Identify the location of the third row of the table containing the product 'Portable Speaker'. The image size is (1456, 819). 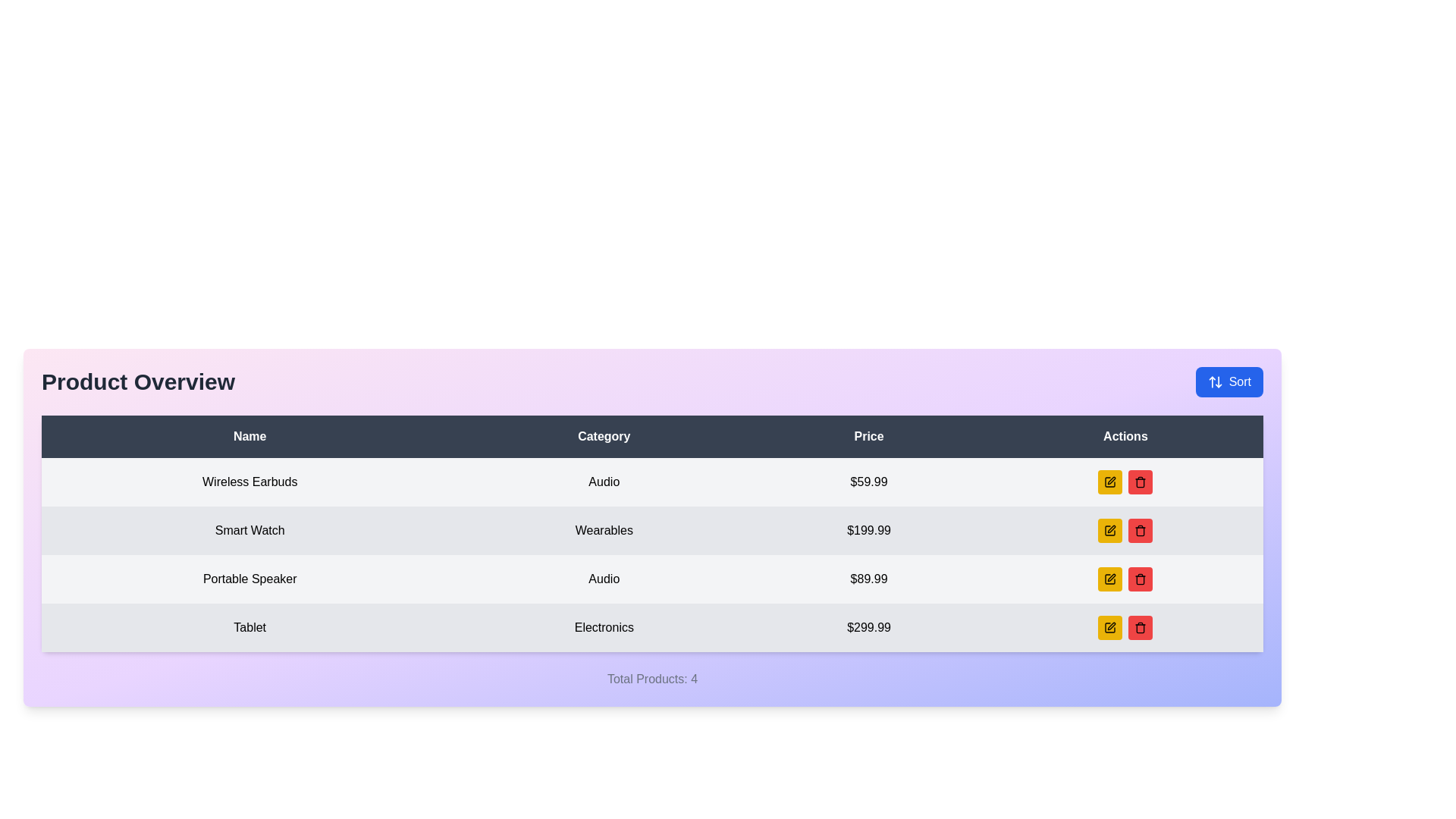
(652, 579).